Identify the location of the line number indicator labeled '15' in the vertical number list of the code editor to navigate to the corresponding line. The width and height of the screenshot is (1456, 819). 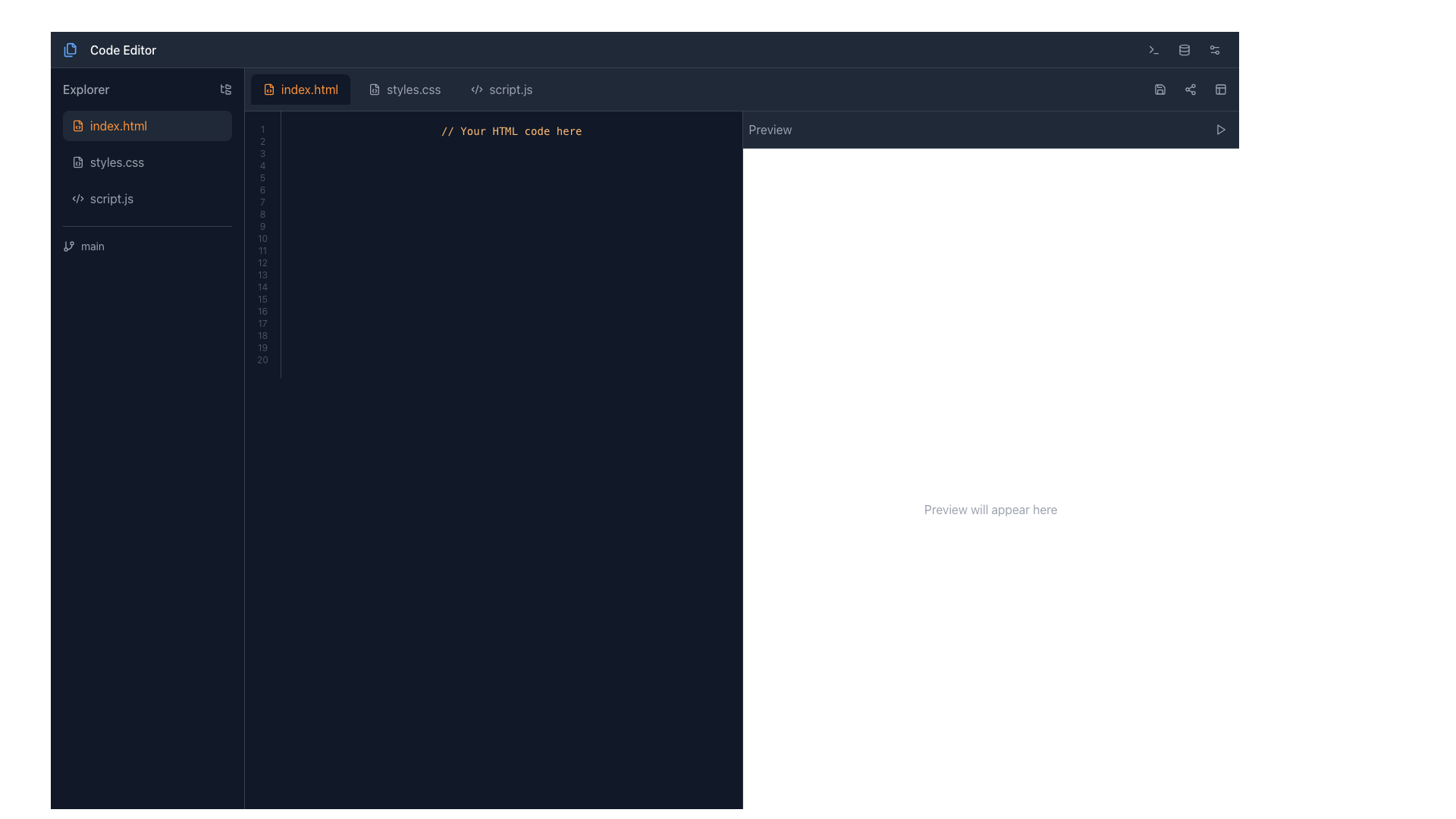
(262, 299).